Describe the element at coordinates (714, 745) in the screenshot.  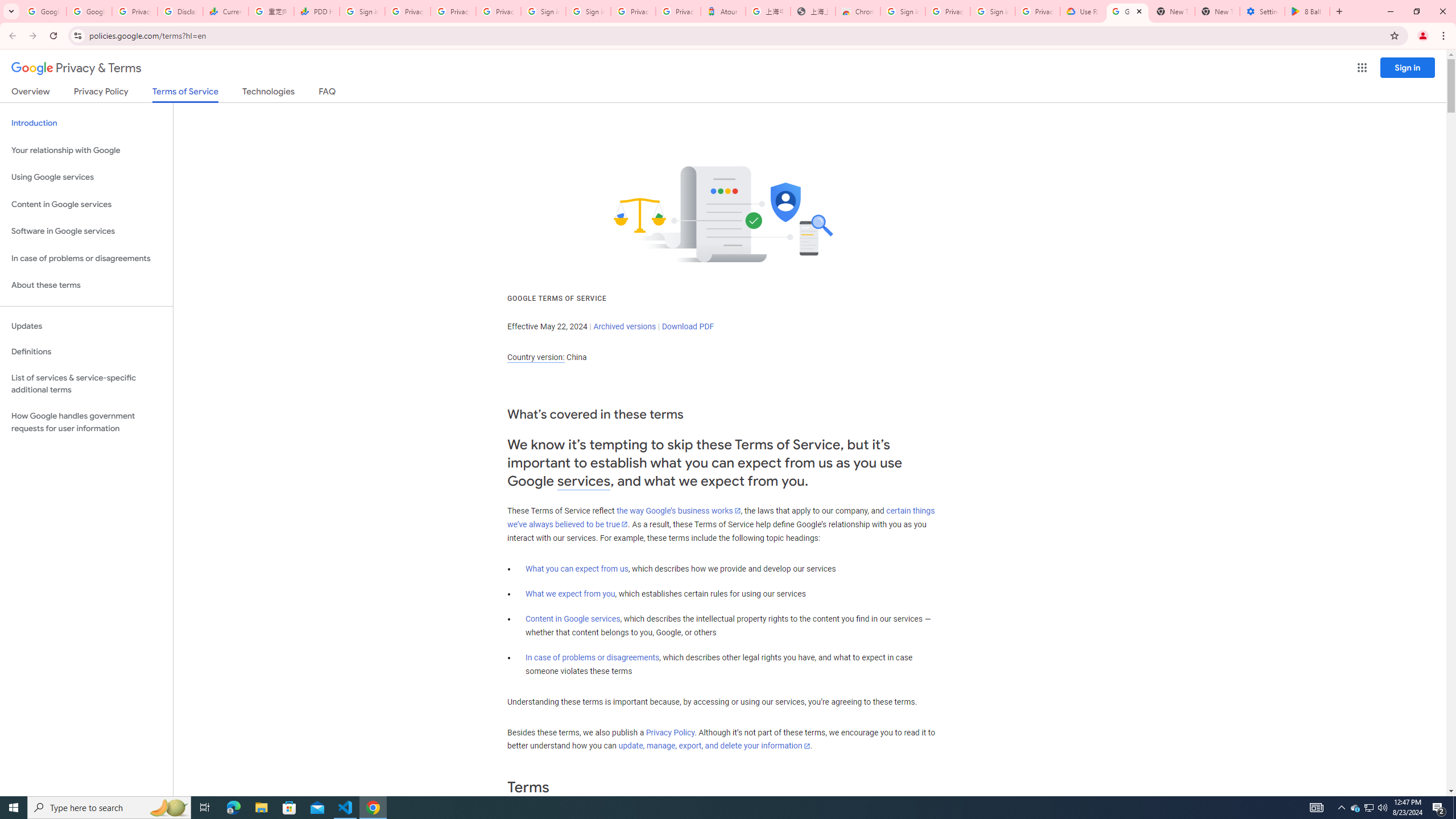
I see `'update, manage, export, and delete your information'` at that location.